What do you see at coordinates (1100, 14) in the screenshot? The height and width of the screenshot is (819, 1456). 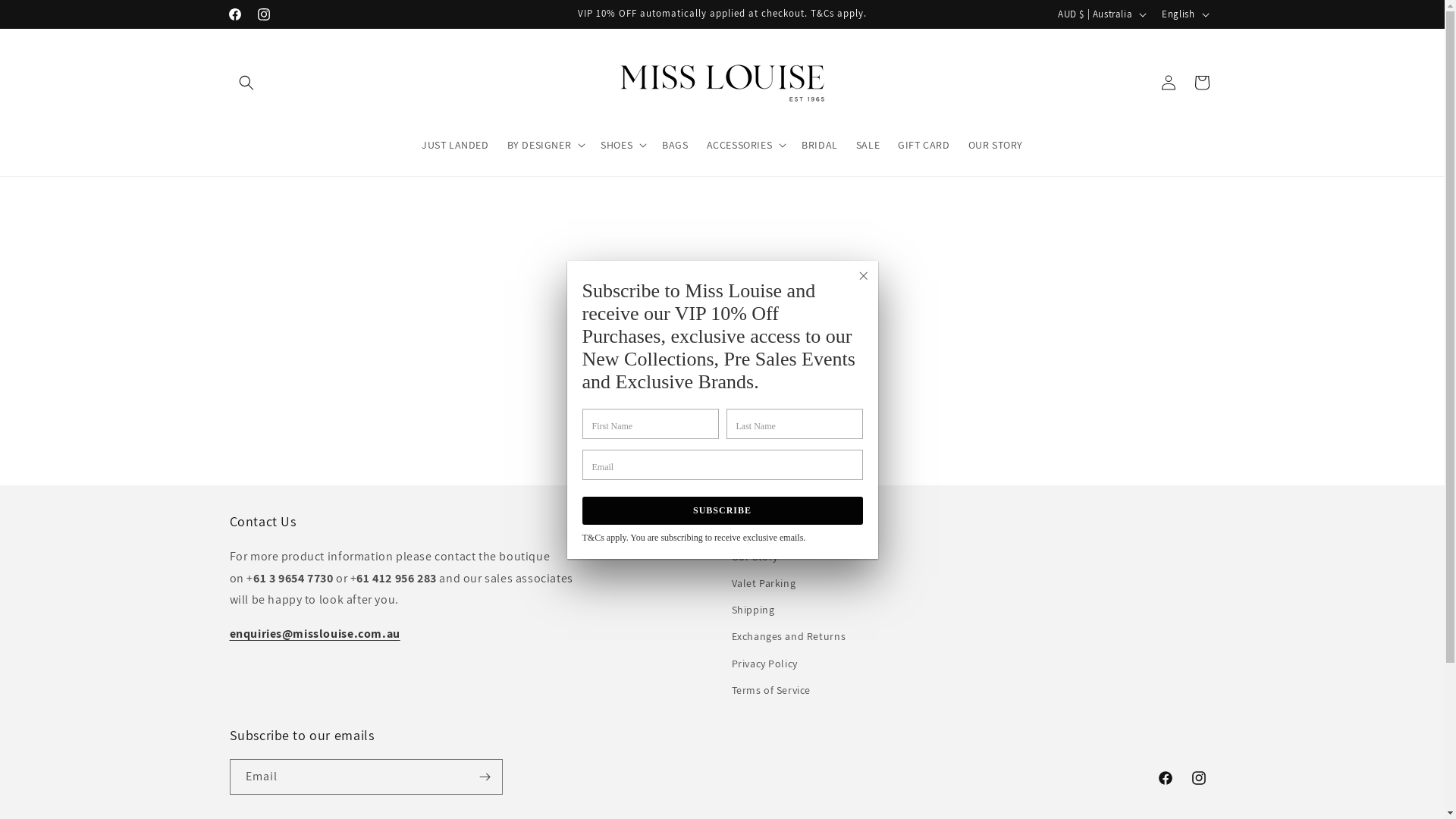 I see `'AUD $ | Australia'` at bounding box center [1100, 14].